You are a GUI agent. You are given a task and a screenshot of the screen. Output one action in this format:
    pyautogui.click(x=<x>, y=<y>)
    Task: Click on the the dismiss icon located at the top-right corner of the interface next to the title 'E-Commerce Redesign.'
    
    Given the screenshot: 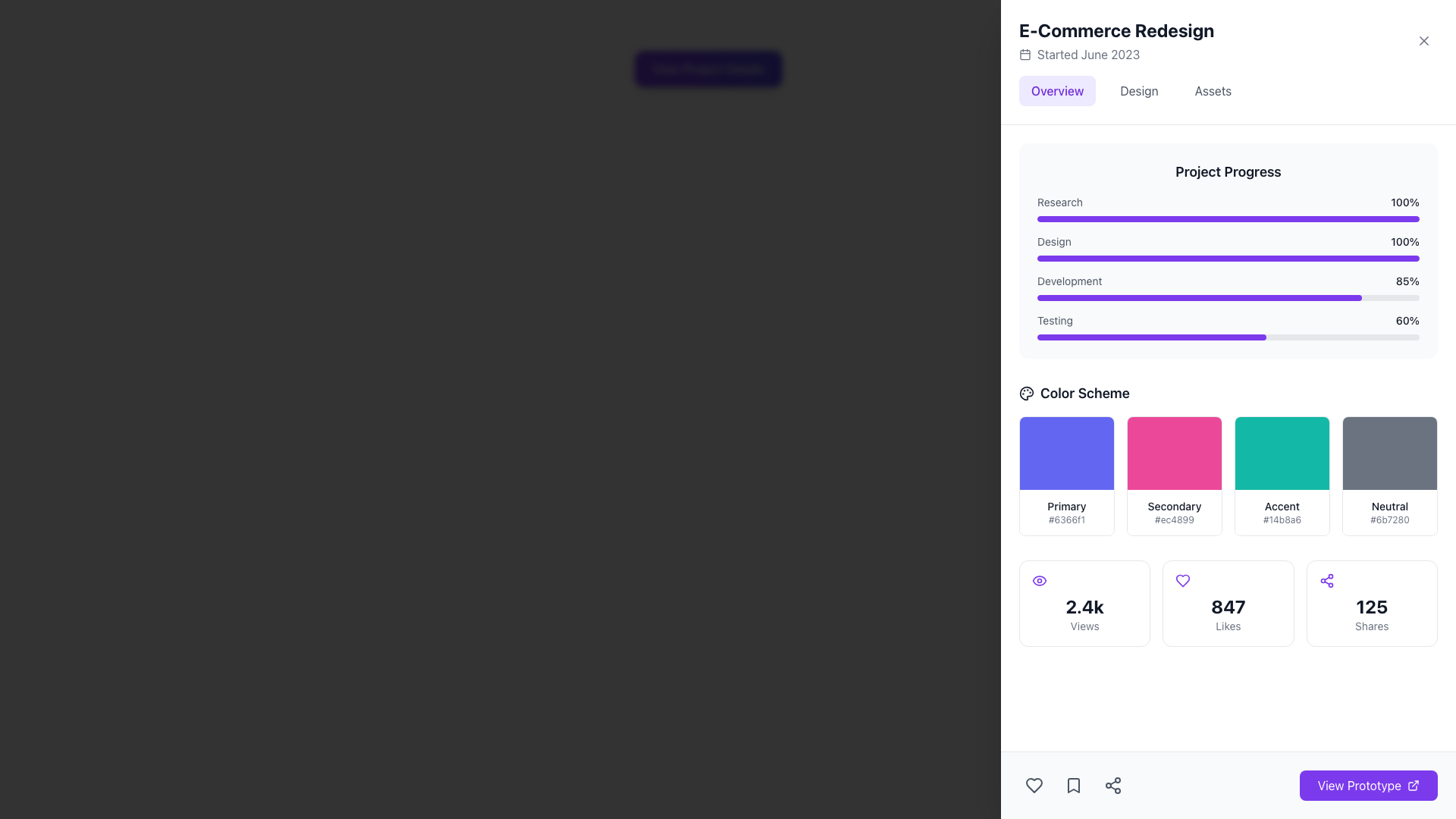 What is the action you would take?
    pyautogui.click(x=1423, y=40)
    